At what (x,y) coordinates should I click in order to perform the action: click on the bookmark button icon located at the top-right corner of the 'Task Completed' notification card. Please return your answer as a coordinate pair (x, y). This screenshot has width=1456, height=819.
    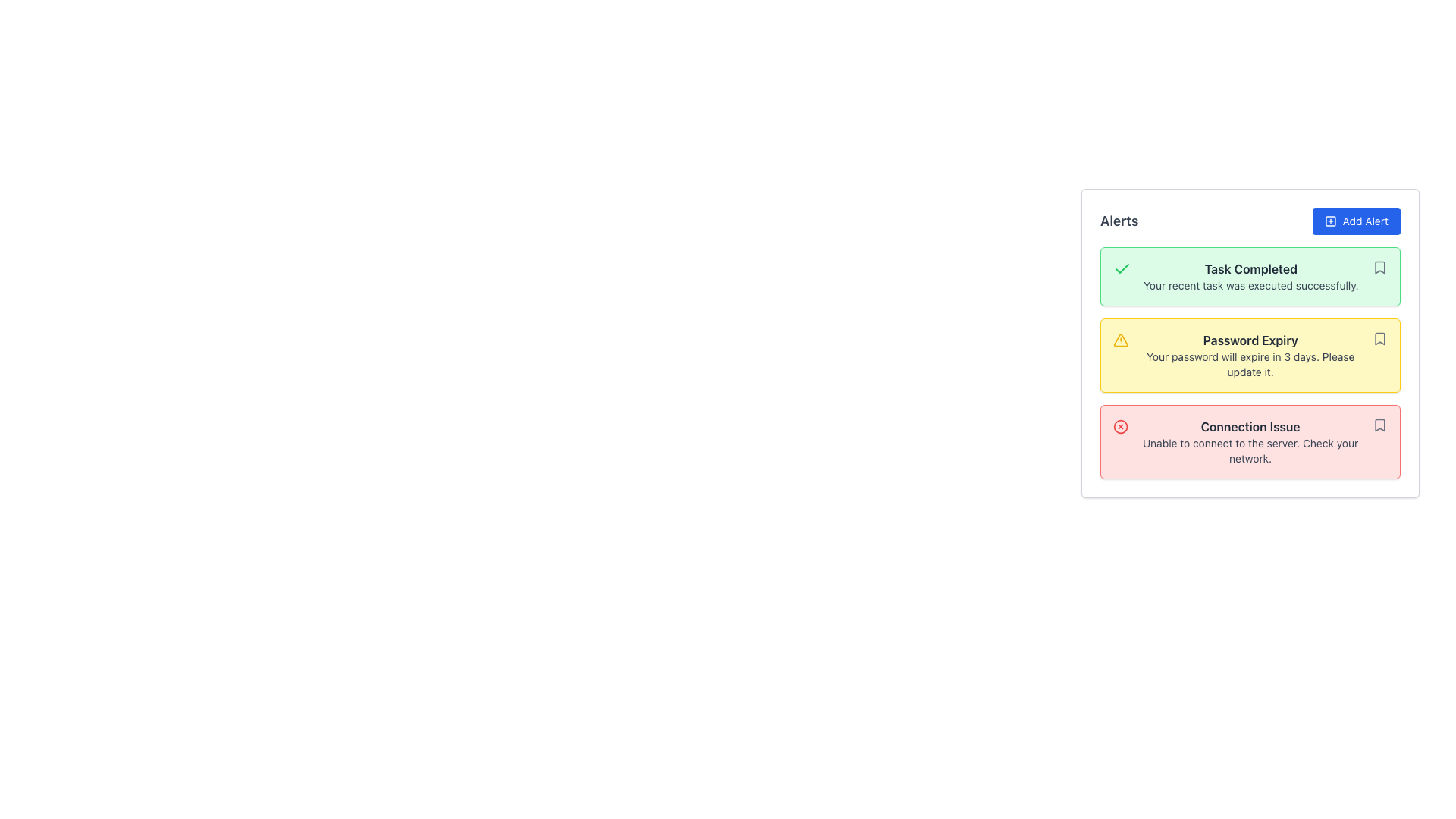
    Looking at the image, I should click on (1379, 267).